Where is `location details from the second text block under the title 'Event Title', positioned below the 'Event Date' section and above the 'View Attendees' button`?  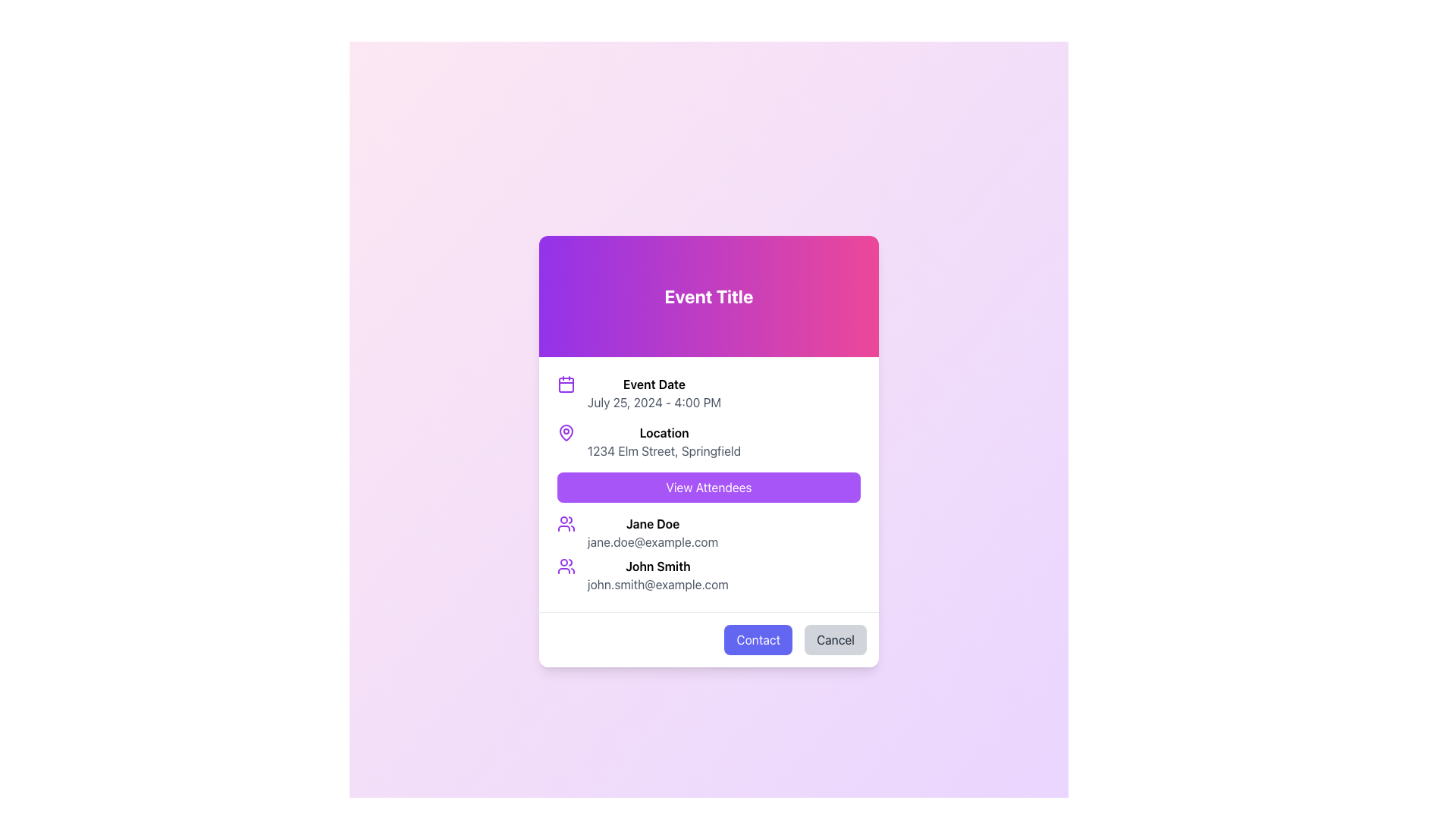
location details from the second text block under the title 'Event Title', positioned below the 'Event Date' section and above the 'View Attendees' button is located at coordinates (664, 441).